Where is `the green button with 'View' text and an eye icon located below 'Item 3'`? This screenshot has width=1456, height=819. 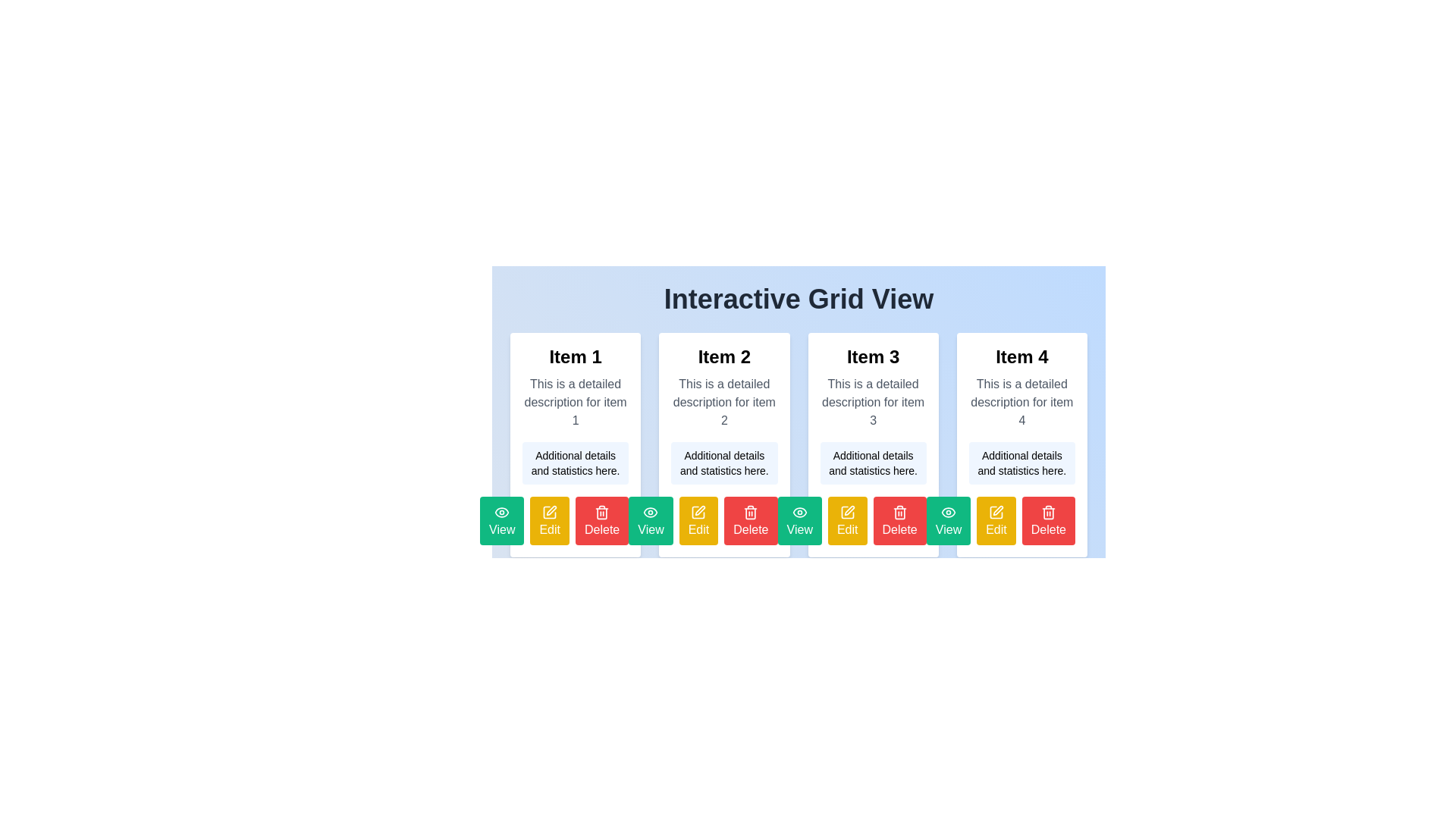
the green button with 'View' text and an eye icon located below 'Item 3' is located at coordinates (948, 519).